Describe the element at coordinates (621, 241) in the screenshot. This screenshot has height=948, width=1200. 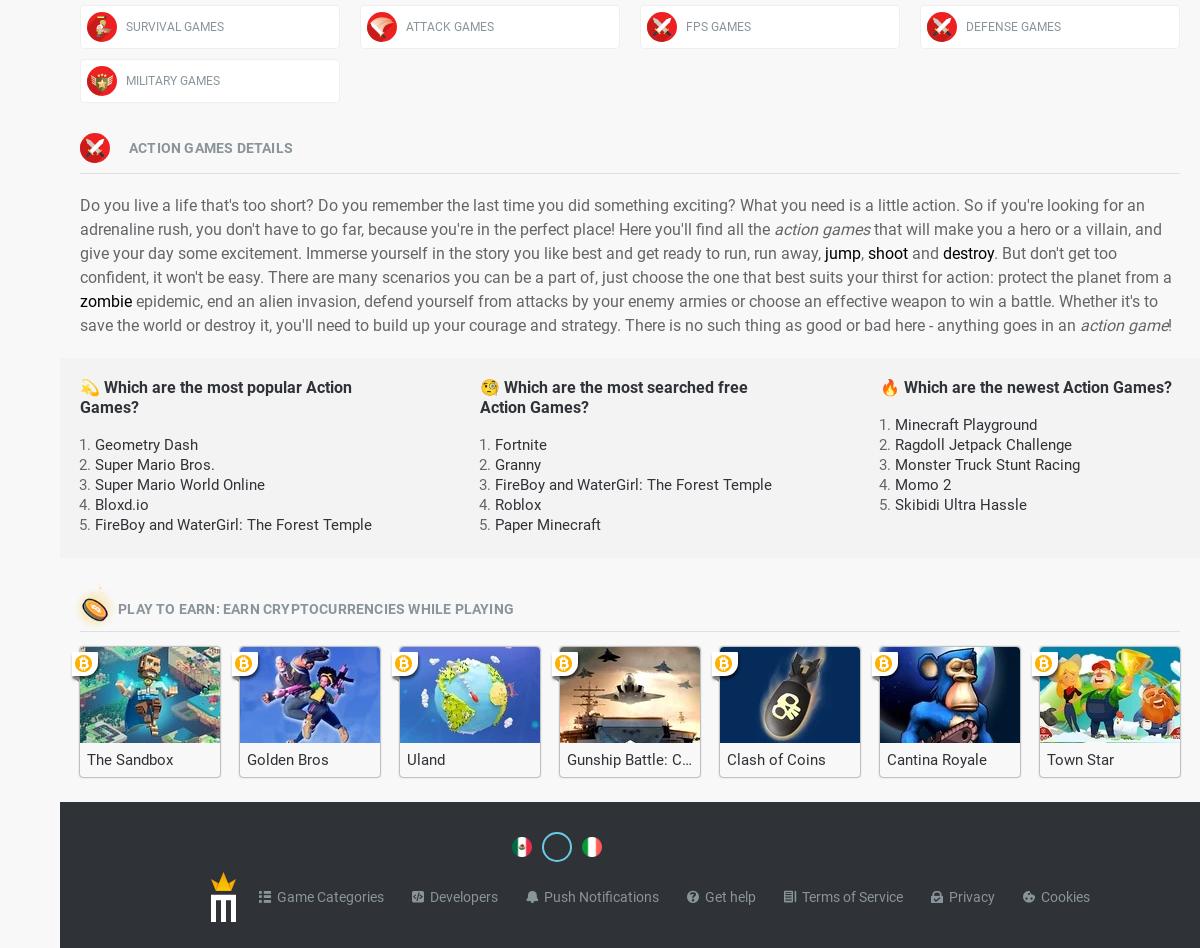
I see `'that will make you a hero or a villain, and give your day some excitement. Immerse yourself in the story you like best and get ready to run, run away,'` at that location.